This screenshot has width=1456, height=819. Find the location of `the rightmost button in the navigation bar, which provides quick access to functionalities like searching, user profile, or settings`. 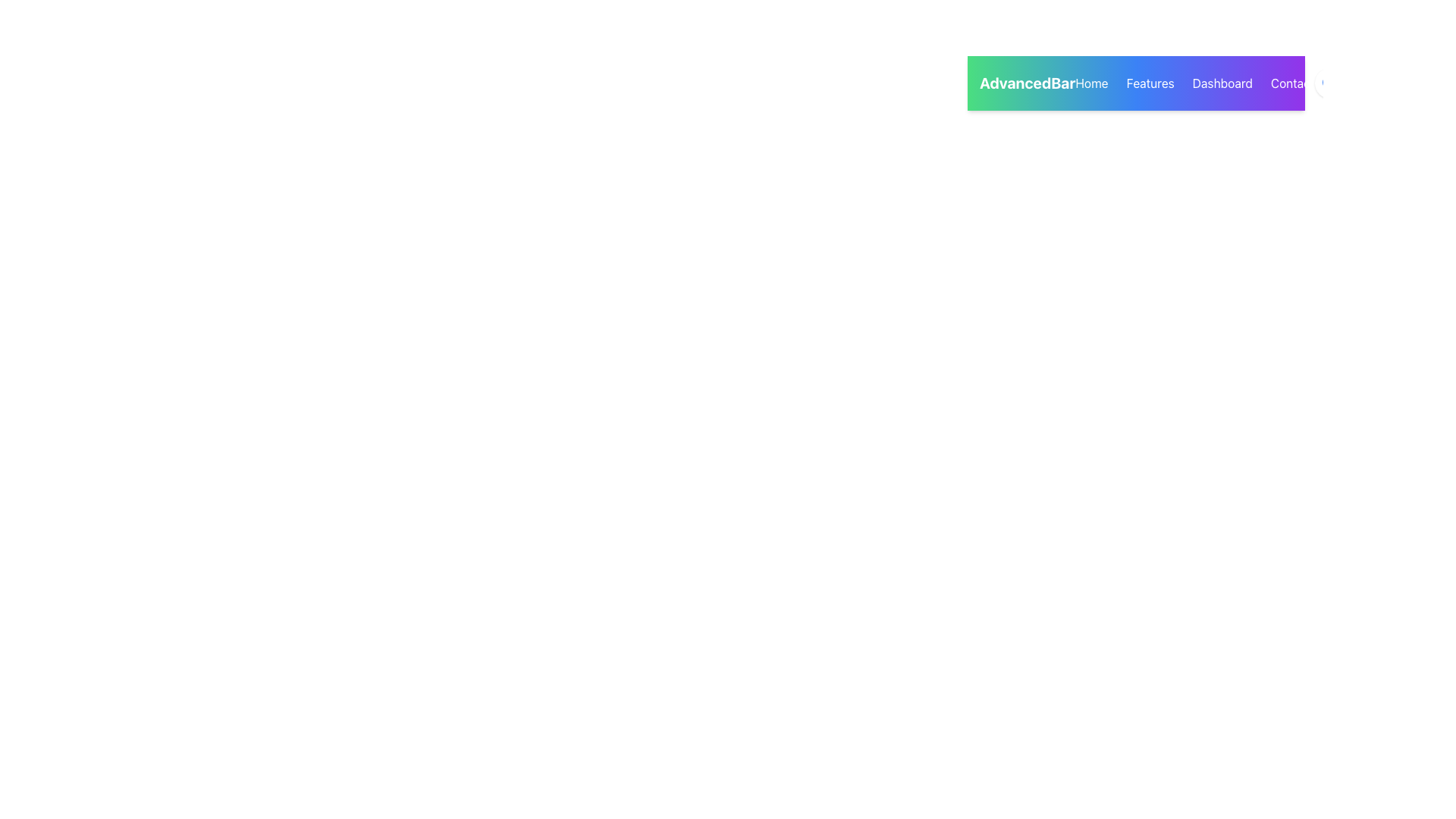

the rightmost button in the navigation bar, which provides quick access to functionalities like searching, user profile, or settings is located at coordinates (1372, 83).